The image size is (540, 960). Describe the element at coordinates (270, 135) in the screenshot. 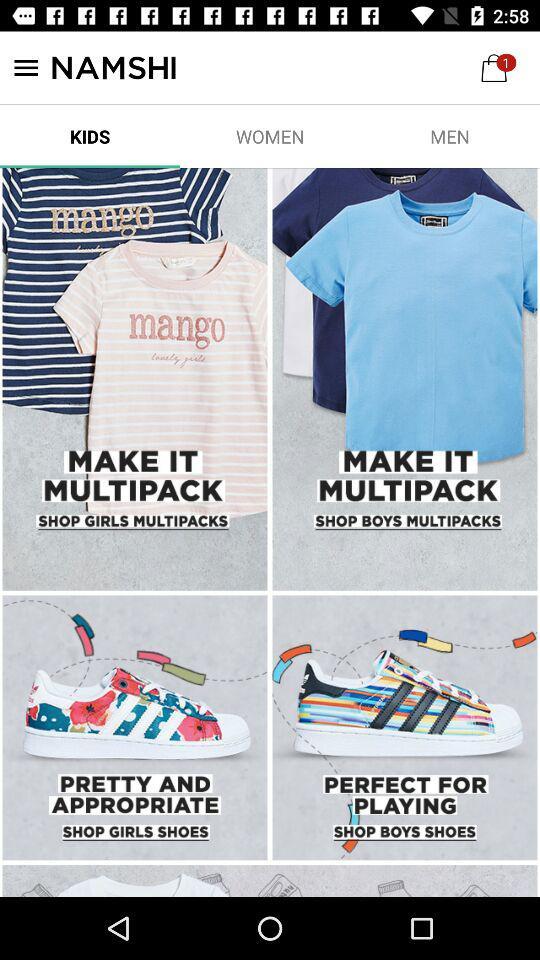

I see `women` at that location.